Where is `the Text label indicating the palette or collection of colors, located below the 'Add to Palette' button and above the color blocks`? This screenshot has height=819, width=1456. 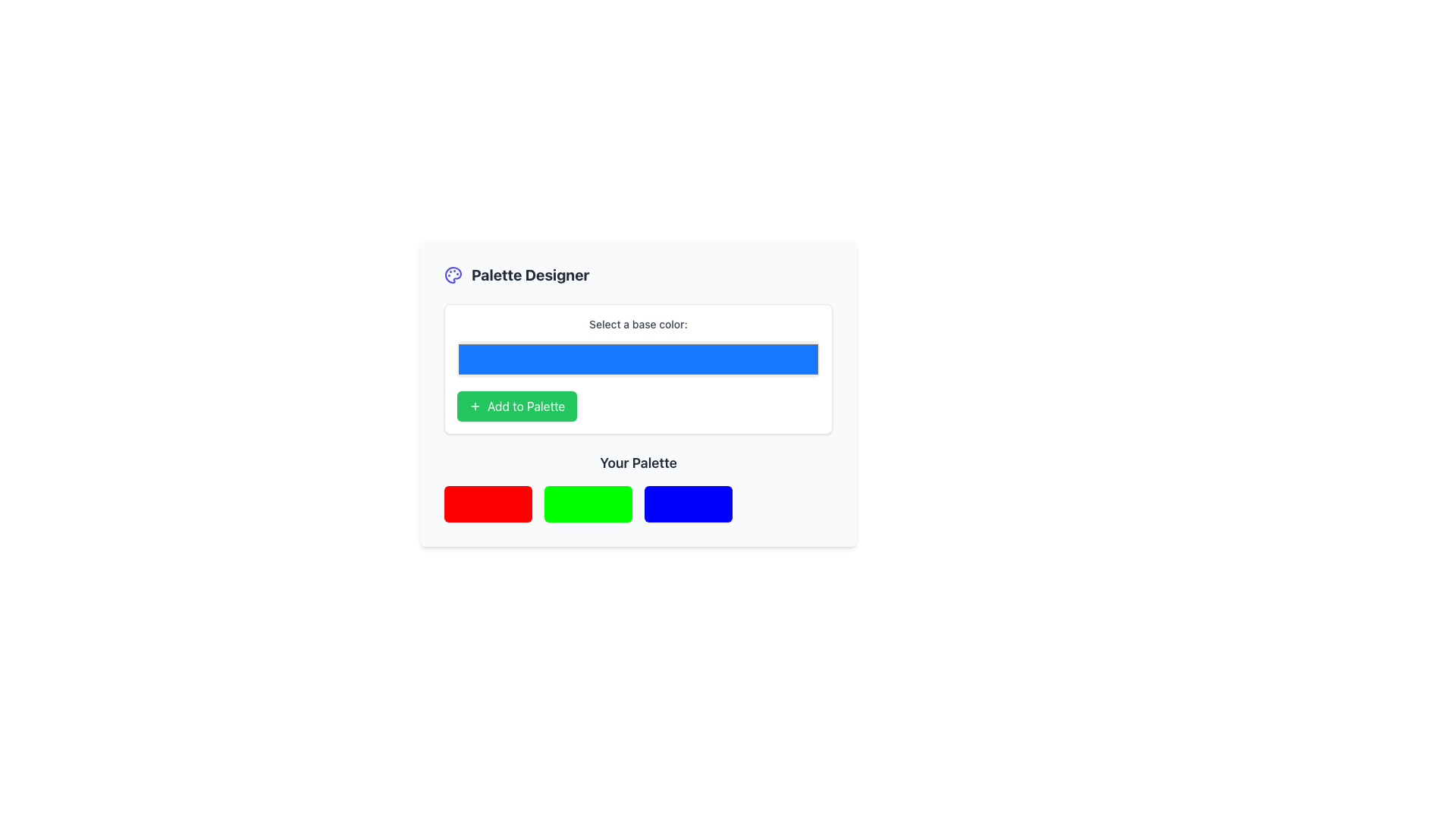
the Text label indicating the palette or collection of colors, located below the 'Add to Palette' button and above the color blocks is located at coordinates (638, 462).